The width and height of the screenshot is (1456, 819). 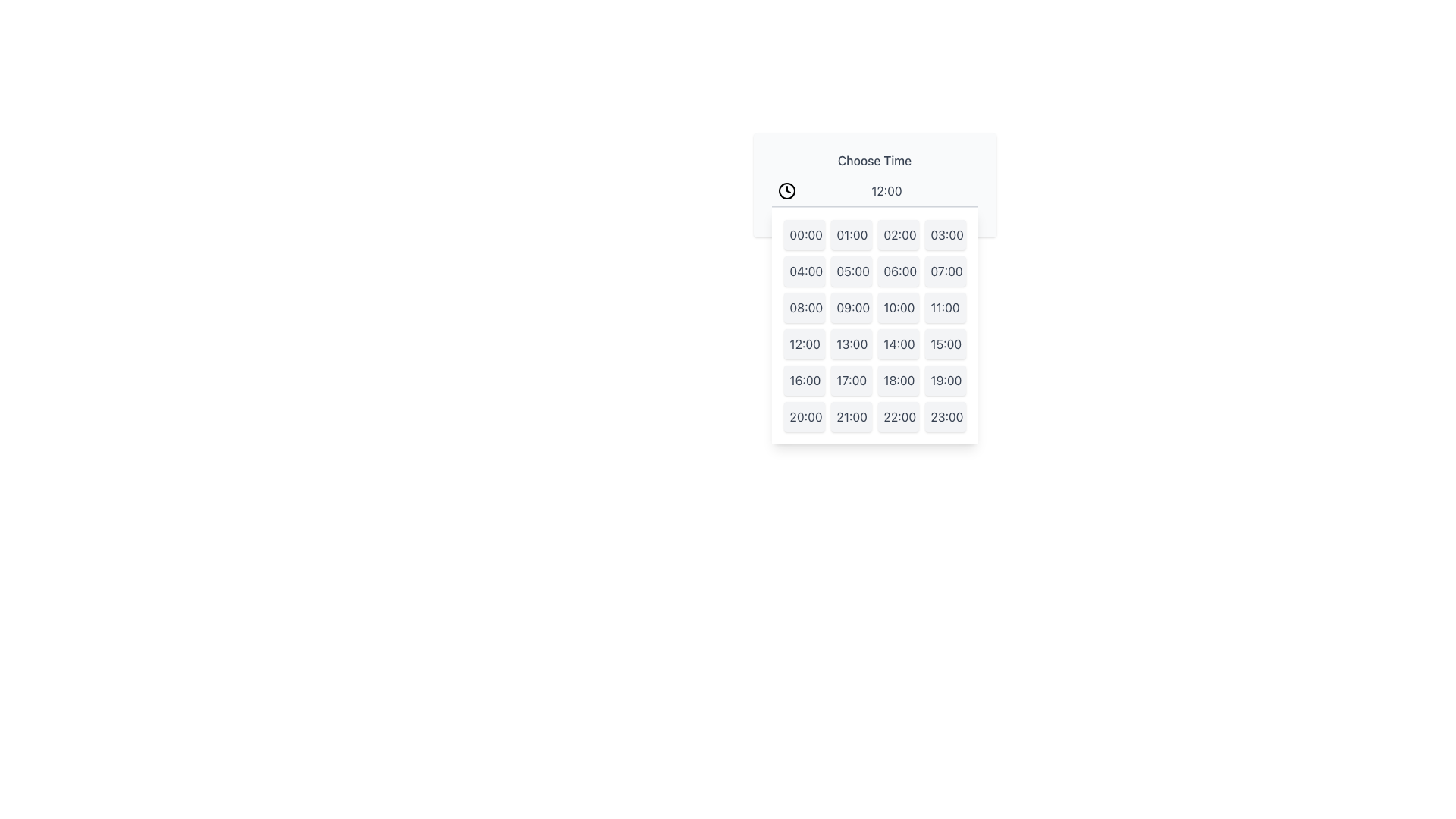 I want to click on the outer circular boundary of the clock icon located to the left of the 'Choose Time' header text, so click(x=786, y=190).